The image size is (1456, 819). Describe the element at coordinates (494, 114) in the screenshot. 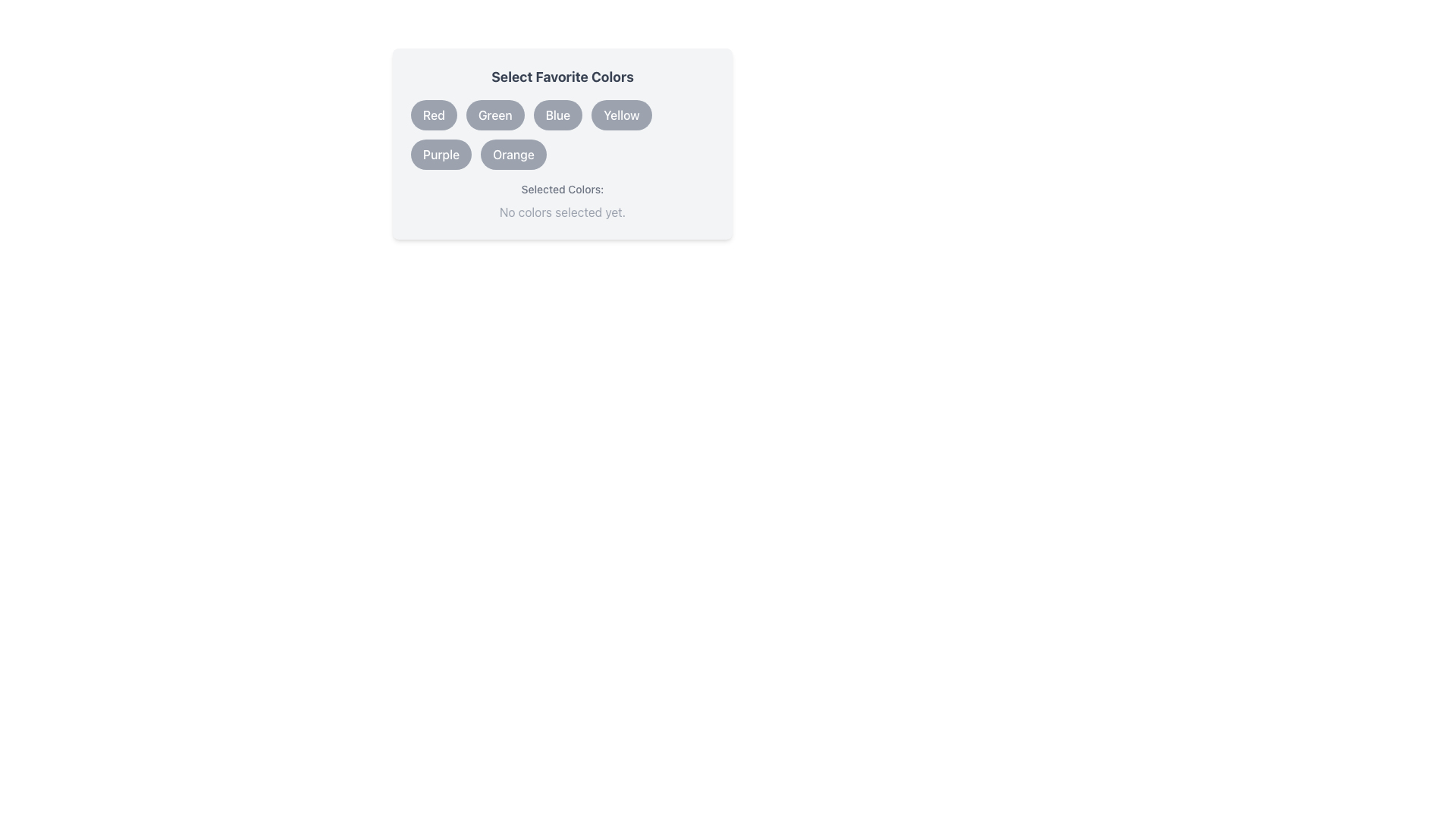

I see `the button labeled 'Green'` at that location.